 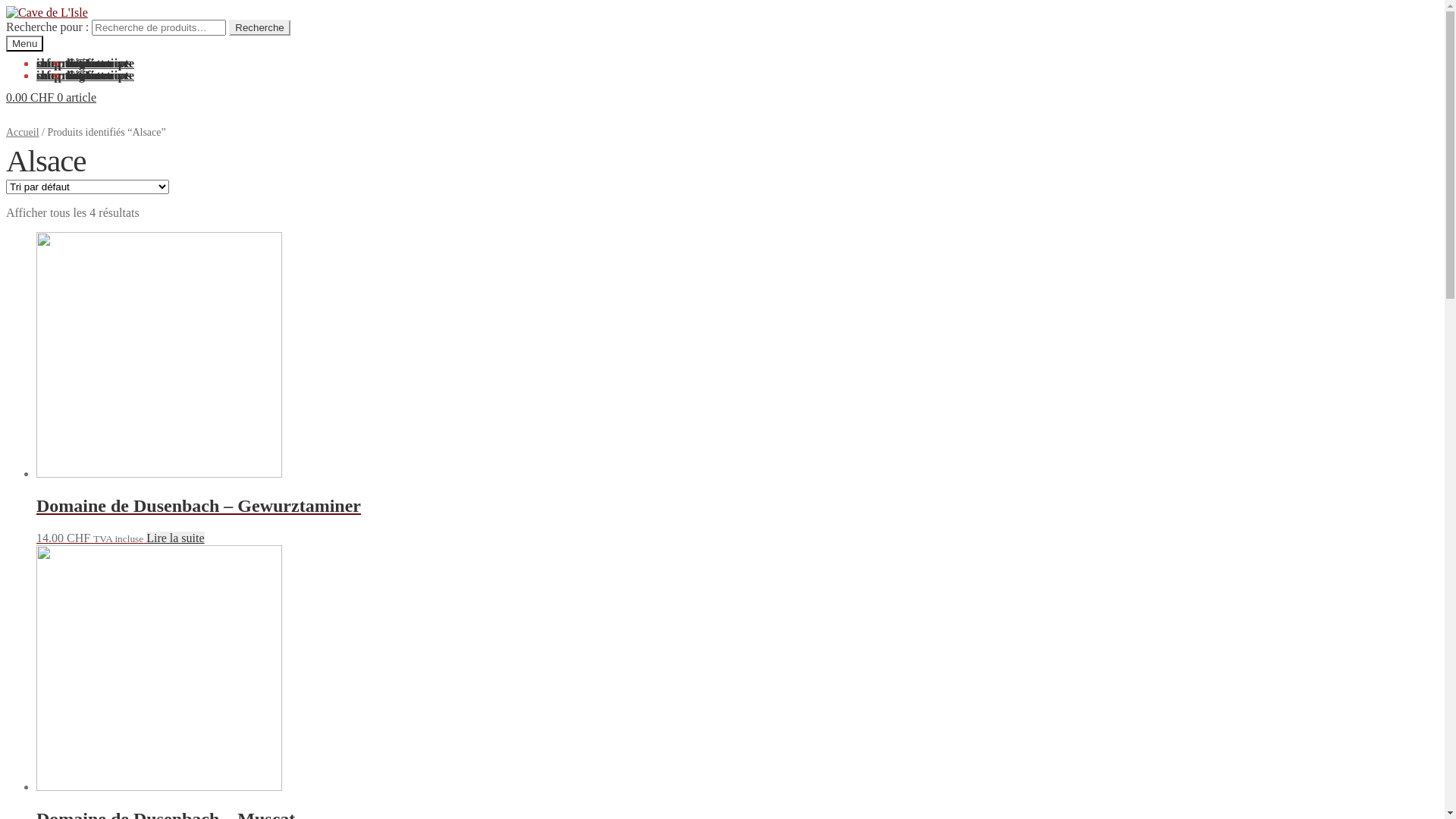 What do you see at coordinates (174, 537) in the screenshot?
I see `'Lire la suite'` at bounding box center [174, 537].